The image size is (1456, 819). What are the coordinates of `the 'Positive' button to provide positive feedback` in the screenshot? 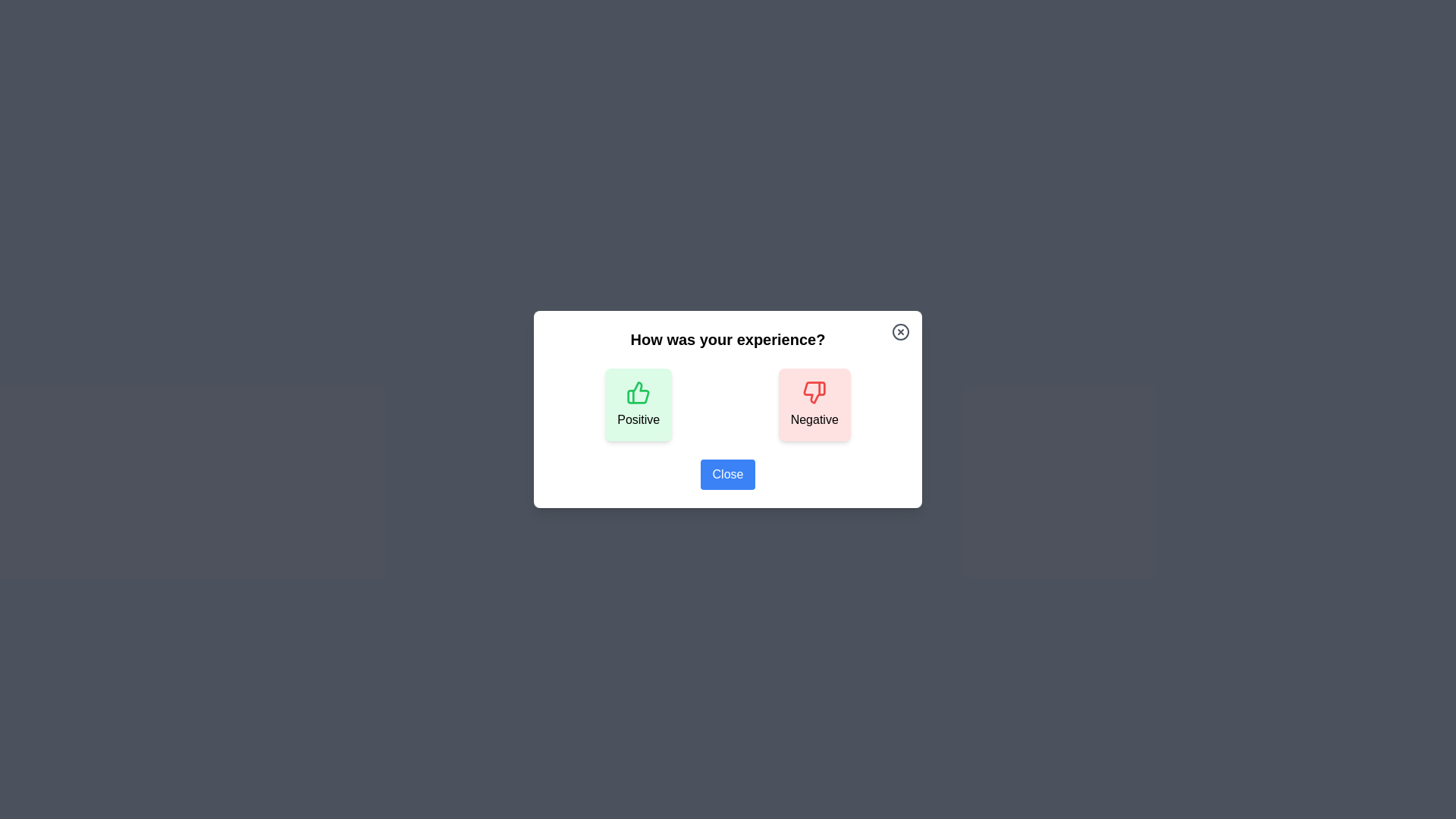 It's located at (638, 403).